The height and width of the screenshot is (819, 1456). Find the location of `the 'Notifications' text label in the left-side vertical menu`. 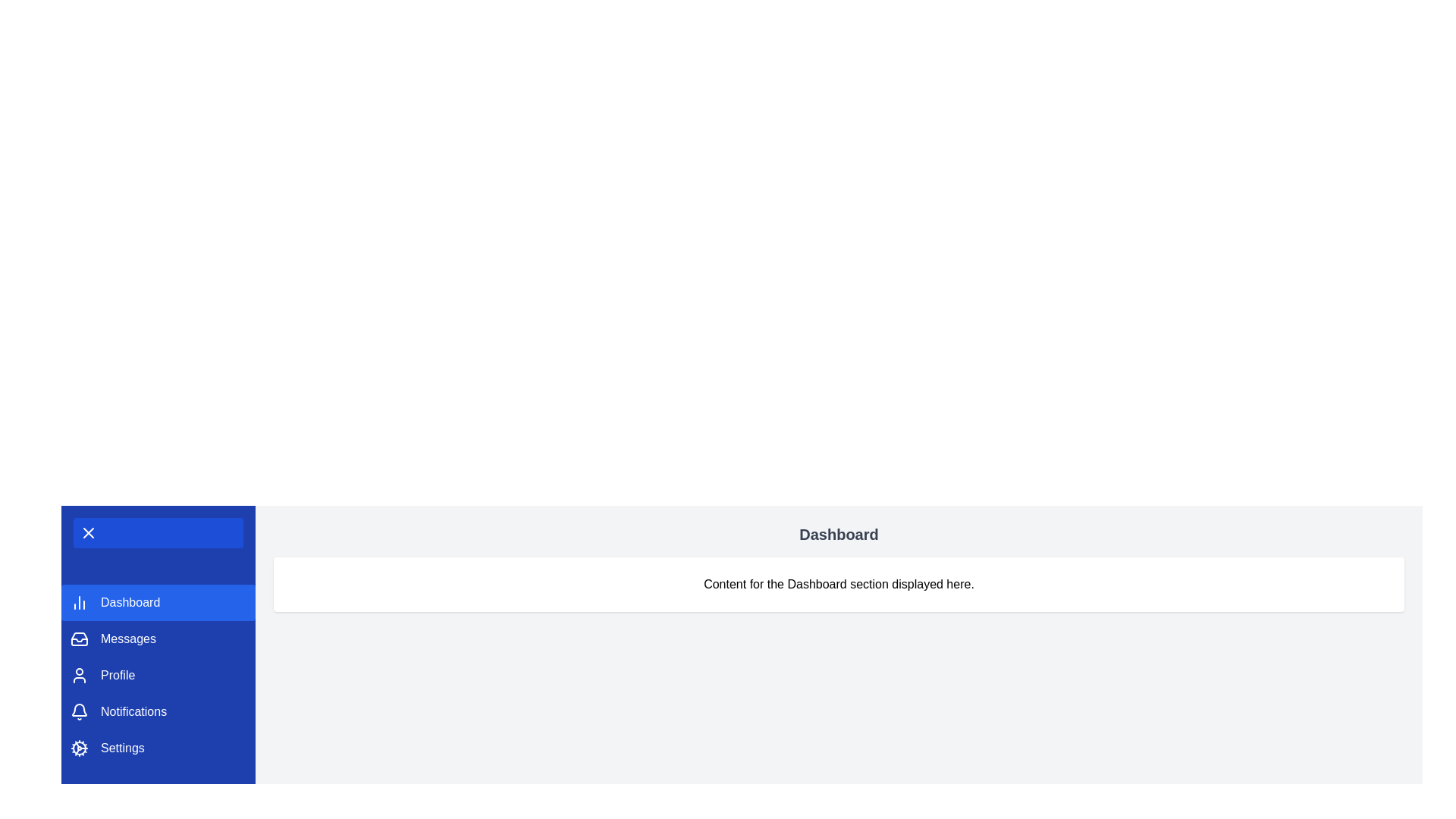

the 'Notifications' text label in the left-side vertical menu is located at coordinates (133, 711).